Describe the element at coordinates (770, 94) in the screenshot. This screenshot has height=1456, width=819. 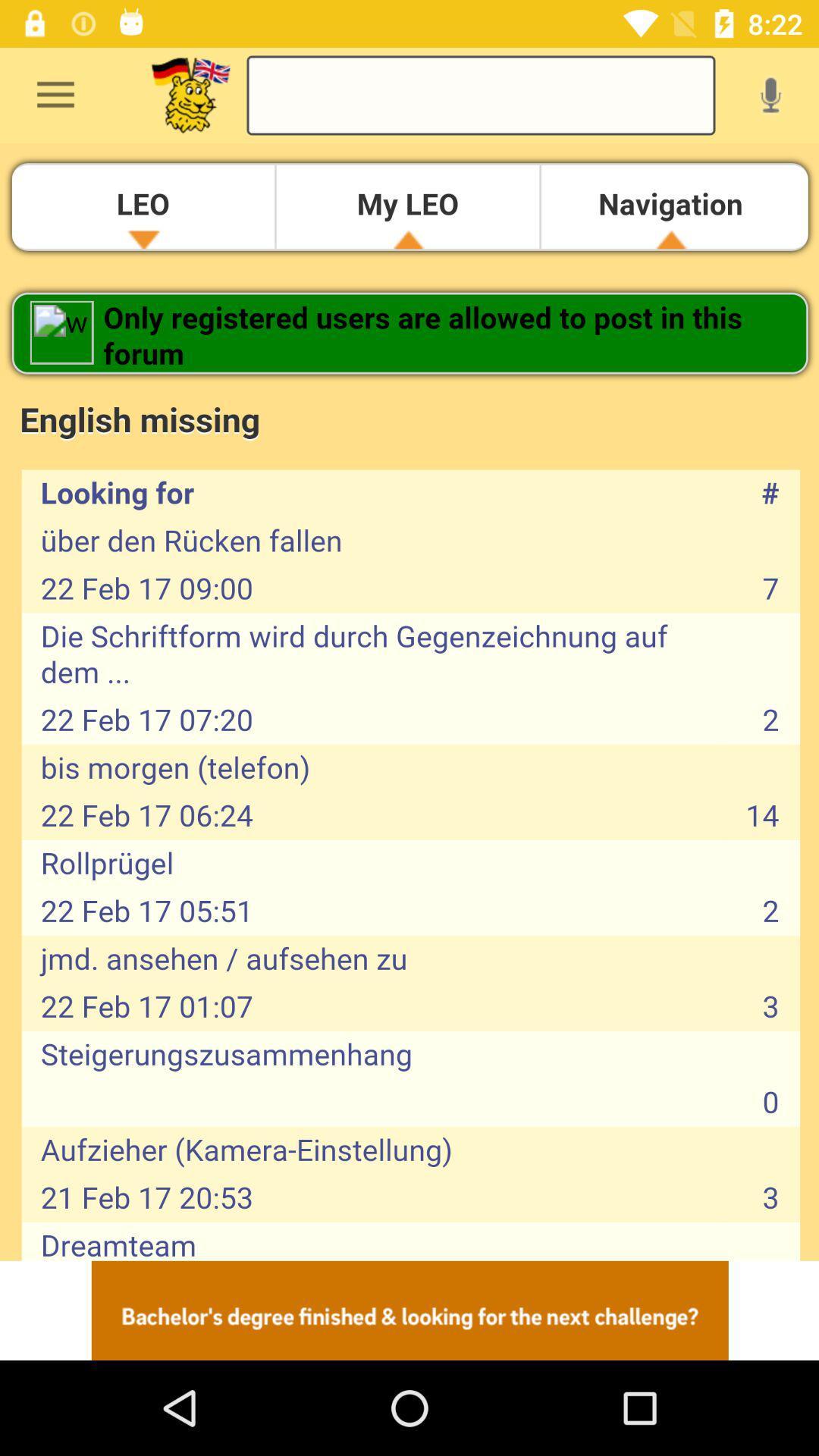
I see `record` at that location.